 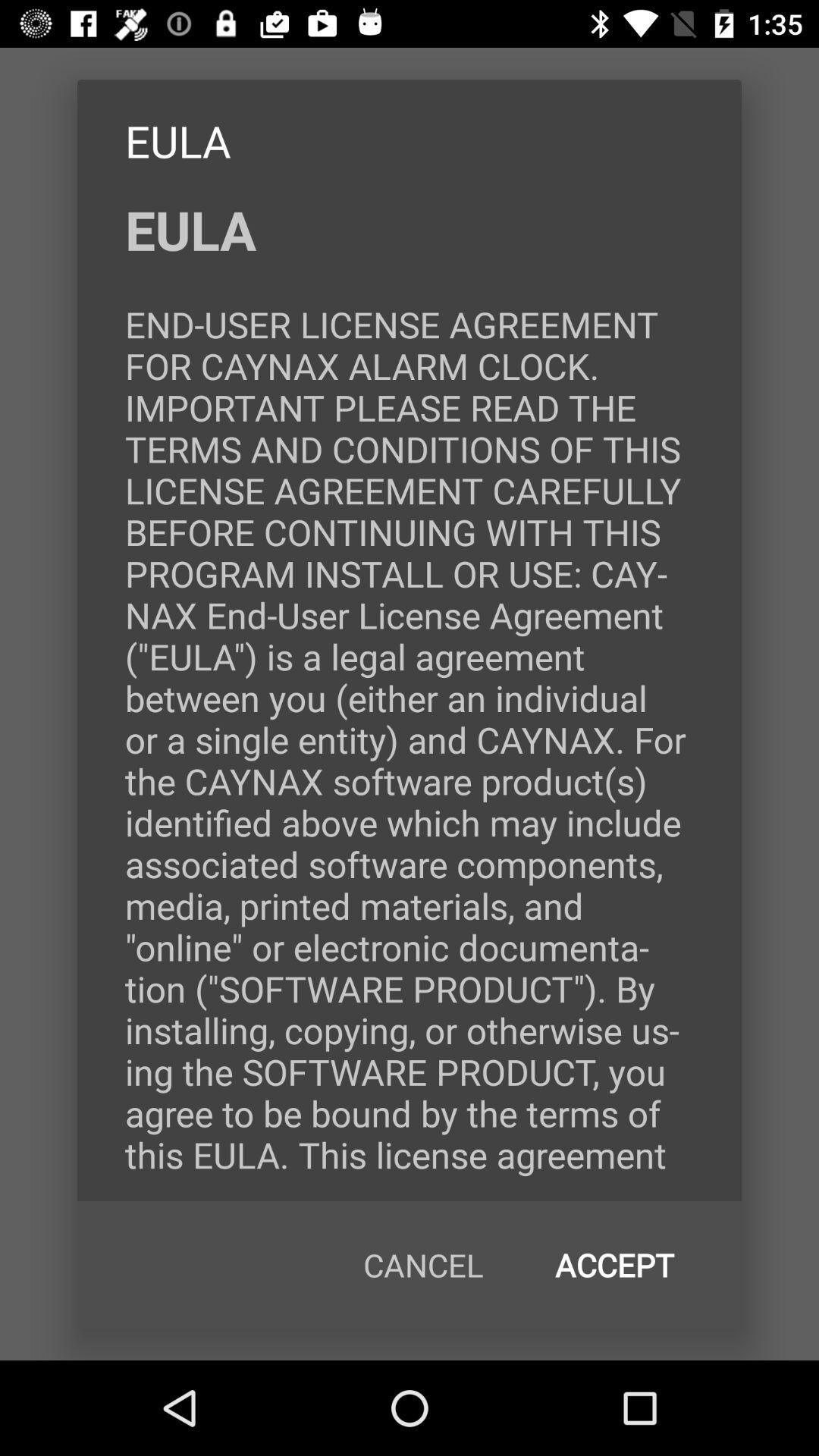 What do you see at coordinates (423, 1265) in the screenshot?
I see `the cancel` at bounding box center [423, 1265].